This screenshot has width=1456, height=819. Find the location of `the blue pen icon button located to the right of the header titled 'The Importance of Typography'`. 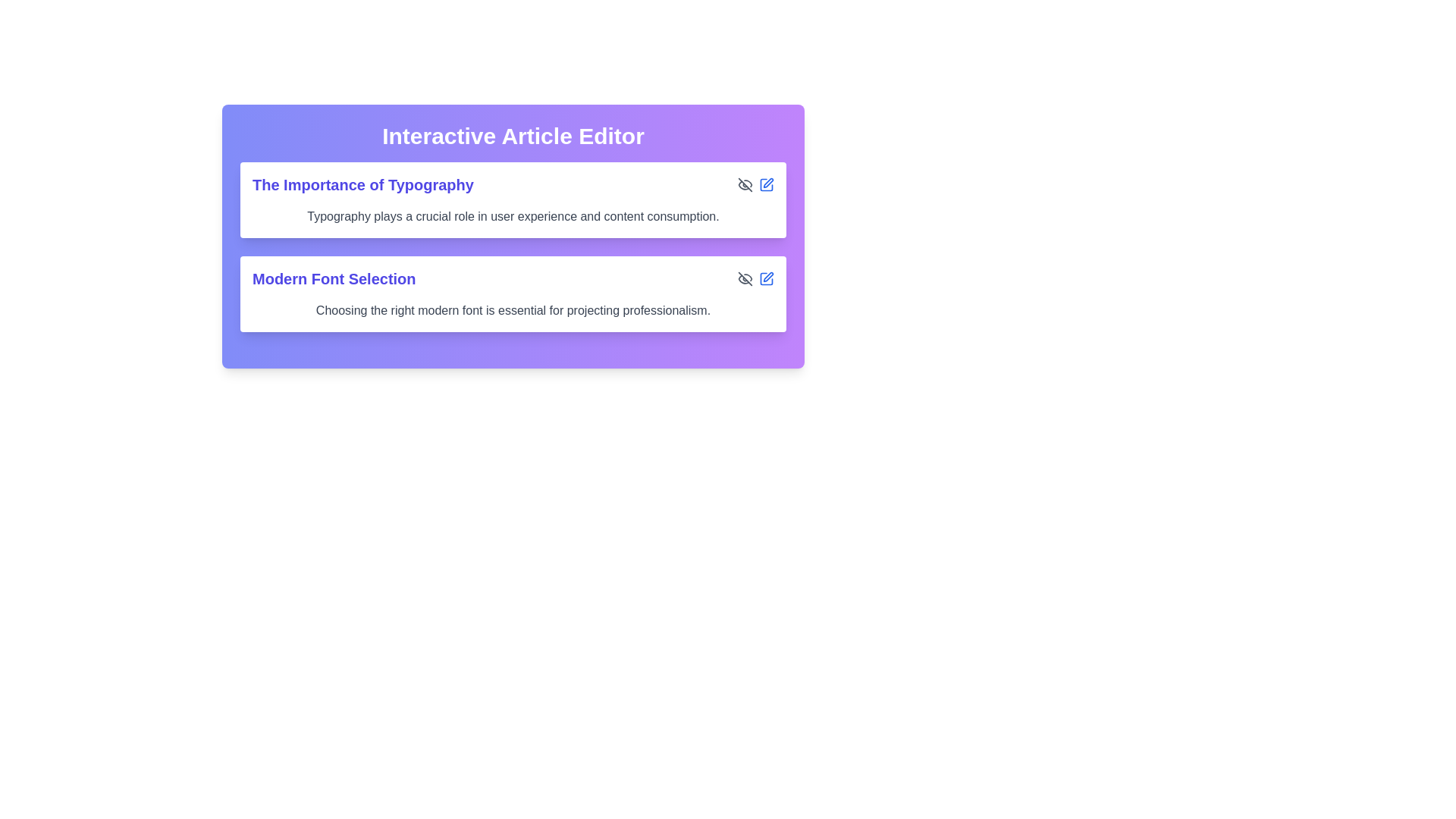

the blue pen icon button located to the right of the header titled 'The Importance of Typography' is located at coordinates (767, 184).